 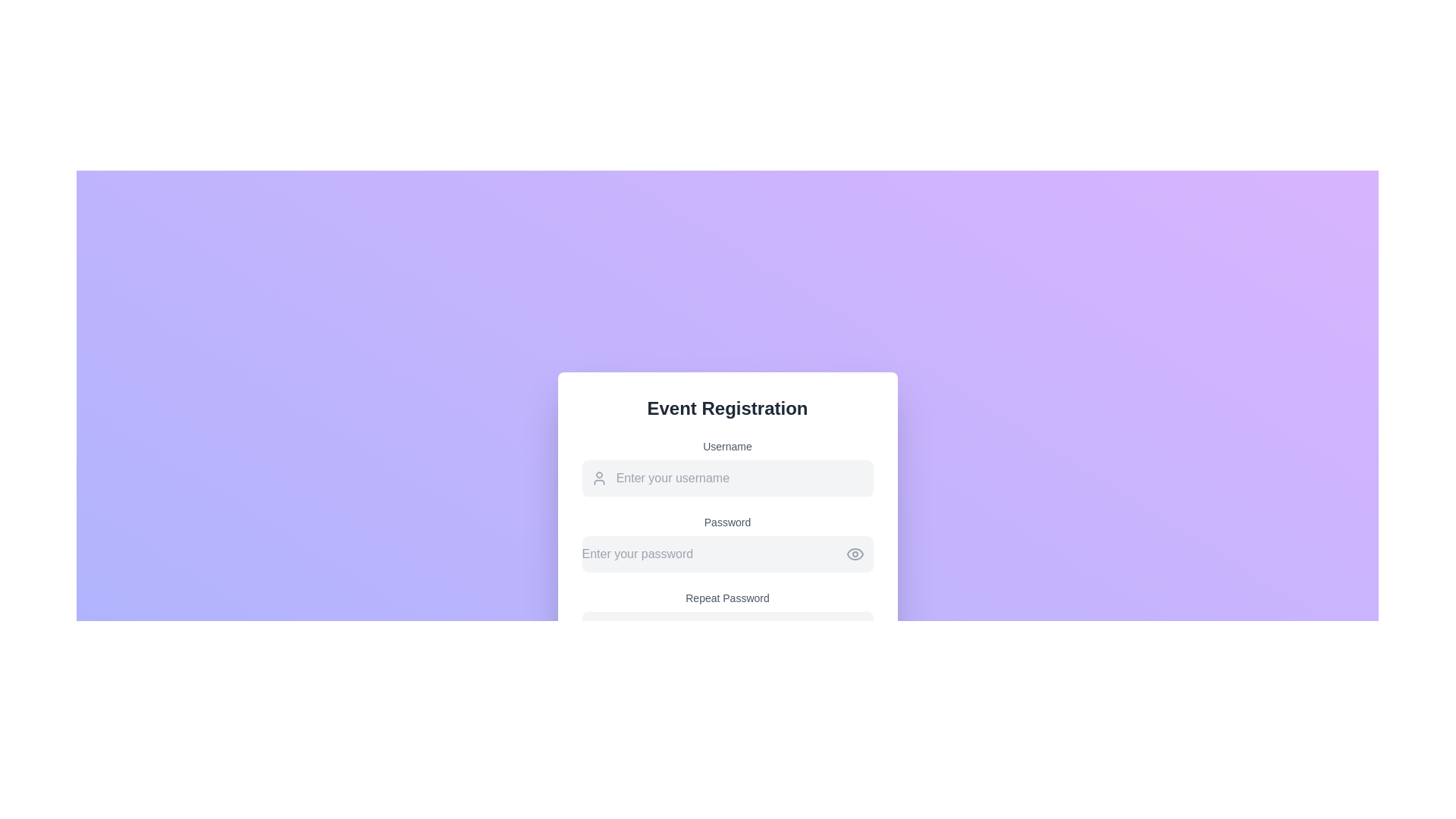 What do you see at coordinates (726, 522) in the screenshot?
I see `the label that provides context for the password input field, which is positioned above the password text field` at bounding box center [726, 522].